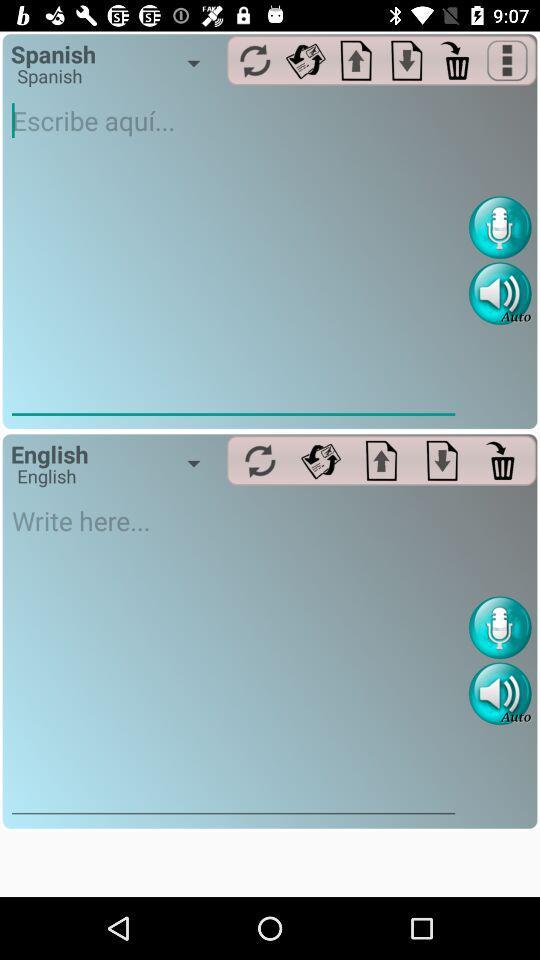  I want to click on the microphone icon, so click(499, 626).